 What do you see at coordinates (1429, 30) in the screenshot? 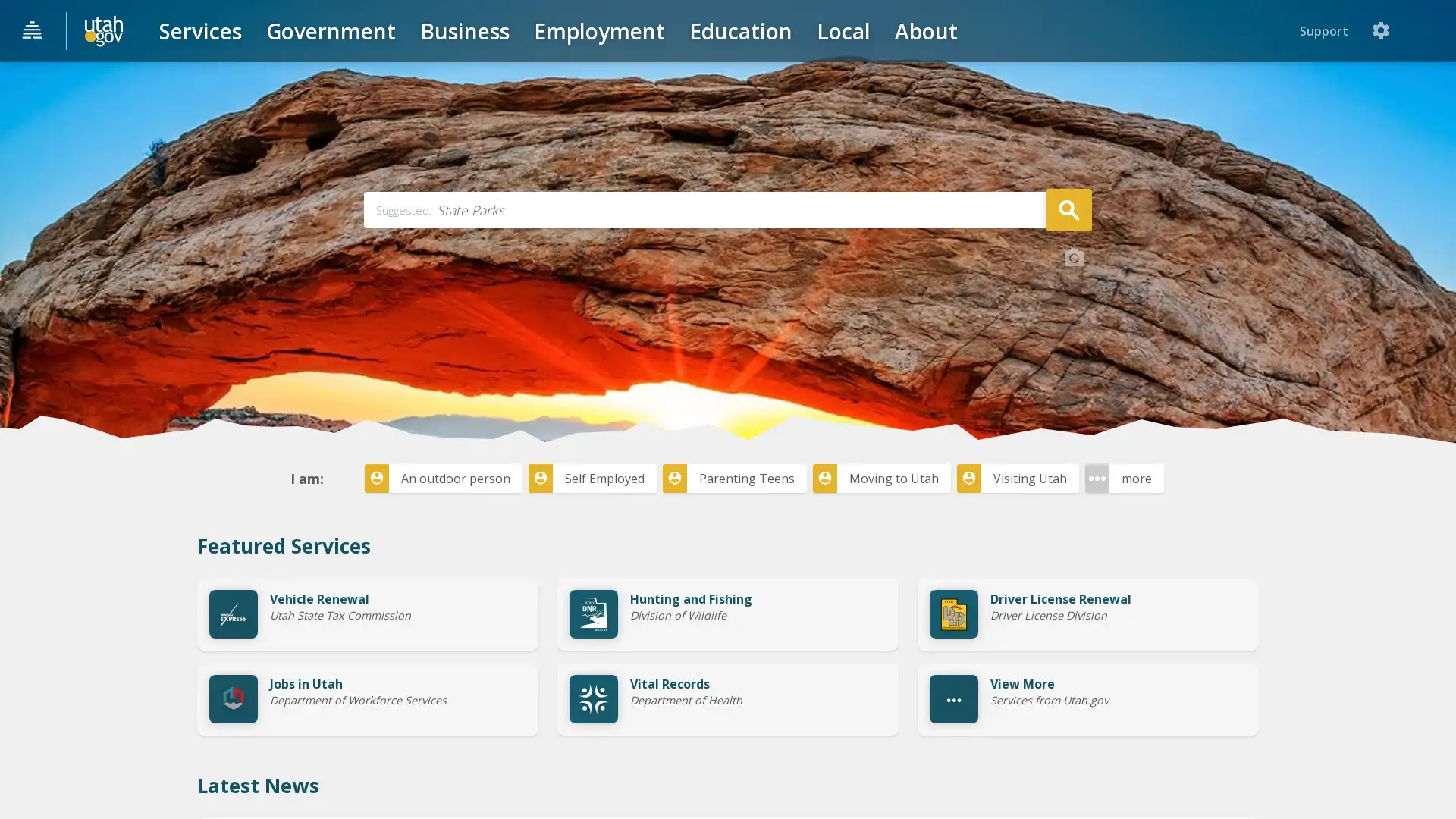
I see `Site Settings` at bounding box center [1429, 30].